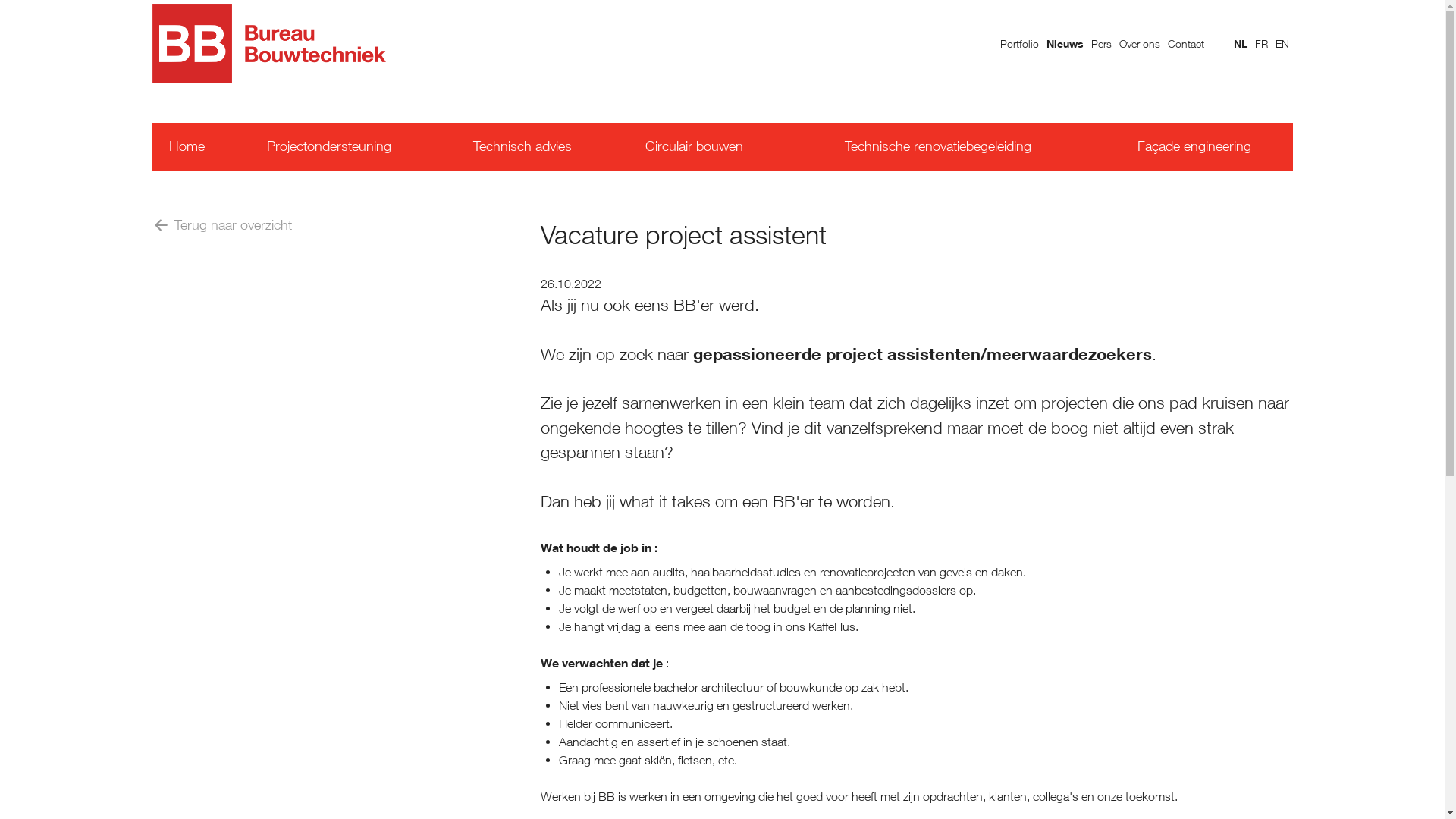 The height and width of the screenshot is (819, 1456). I want to click on 'Portfolio', so click(1019, 42).